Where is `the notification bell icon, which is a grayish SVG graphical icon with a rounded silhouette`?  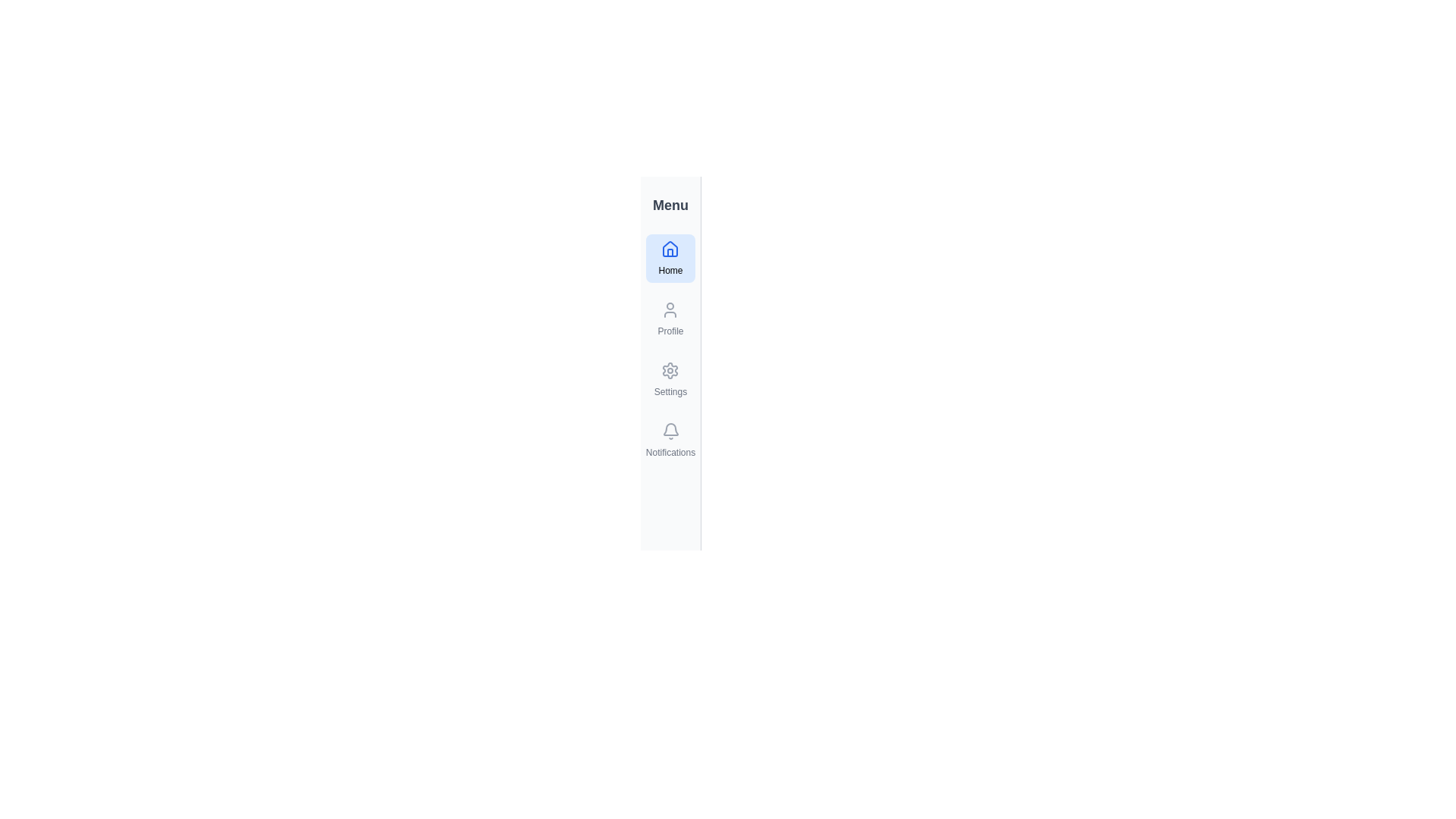 the notification bell icon, which is a grayish SVG graphical icon with a rounded silhouette is located at coordinates (670, 429).